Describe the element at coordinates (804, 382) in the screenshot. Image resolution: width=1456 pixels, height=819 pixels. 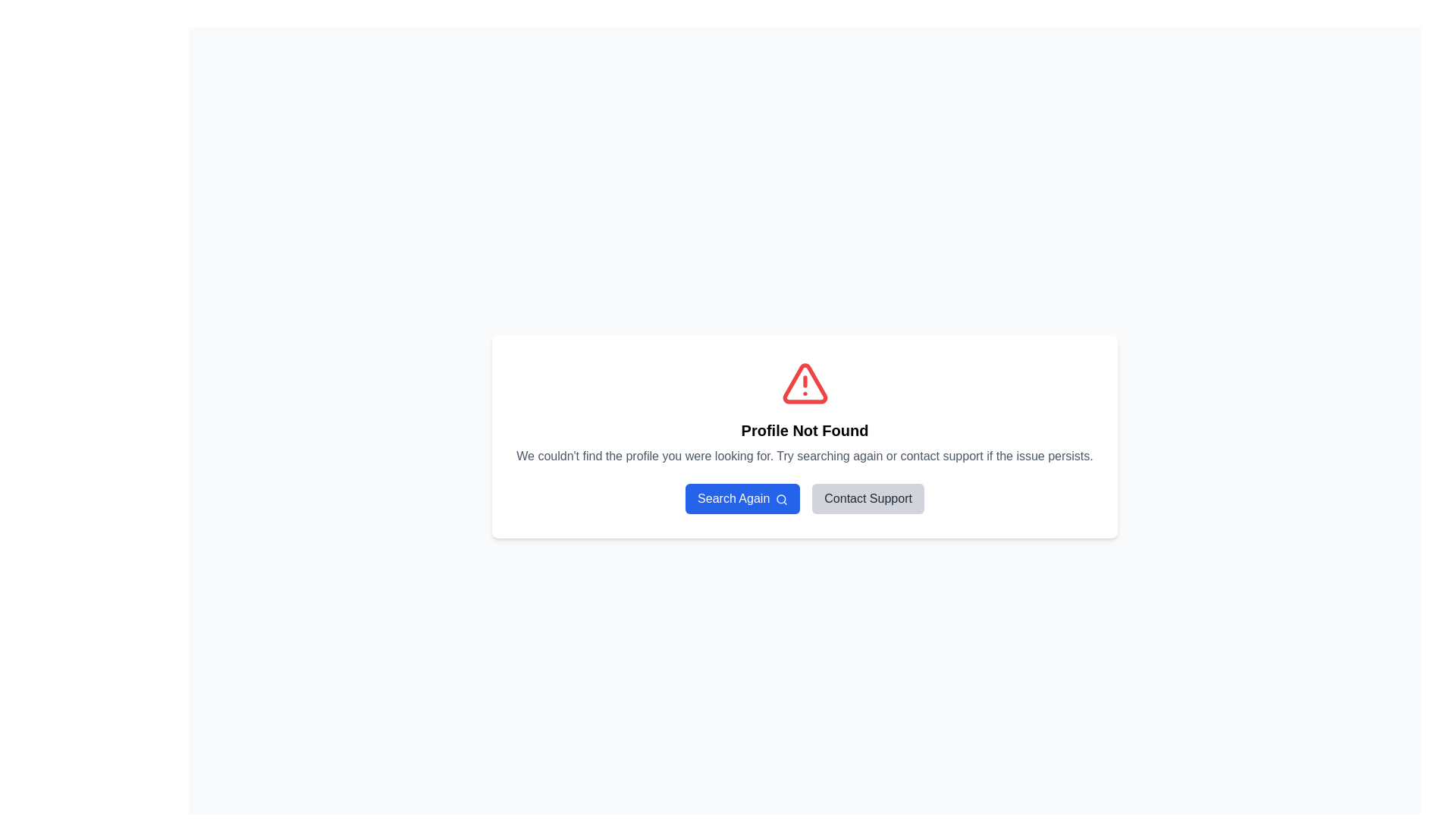
I see `the alert icon located at the top of the central white card interface, which is centered above the 'Profile Not Found' title` at that location.